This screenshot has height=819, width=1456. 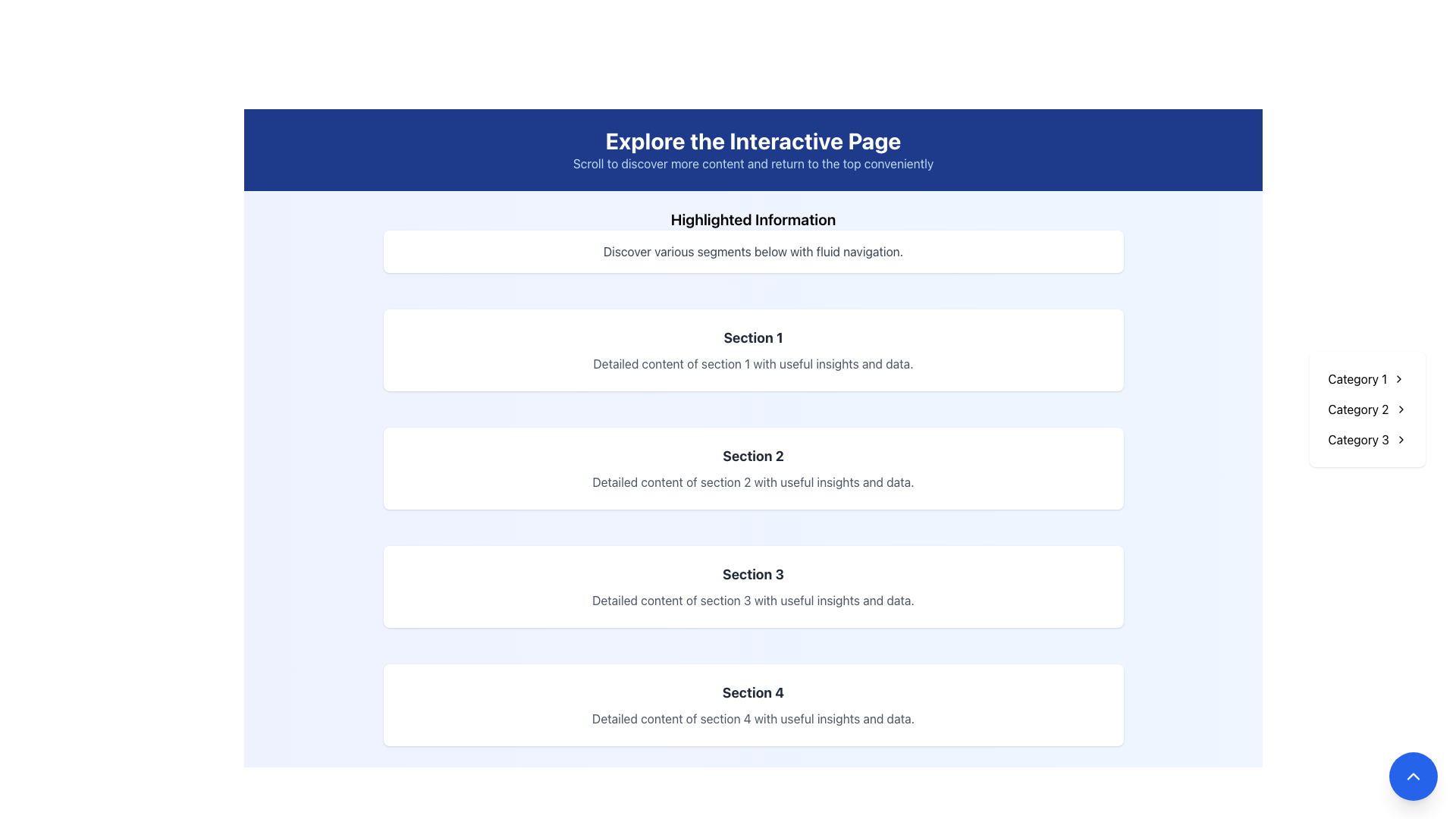 What do you see at coordinates (753, 219) in the screenshot?
I see `text of the bold black header labeled 'Highlighted Information', which is centrally aligned and prominently positioned at the top of the content section` at bounding box center [753, 219].